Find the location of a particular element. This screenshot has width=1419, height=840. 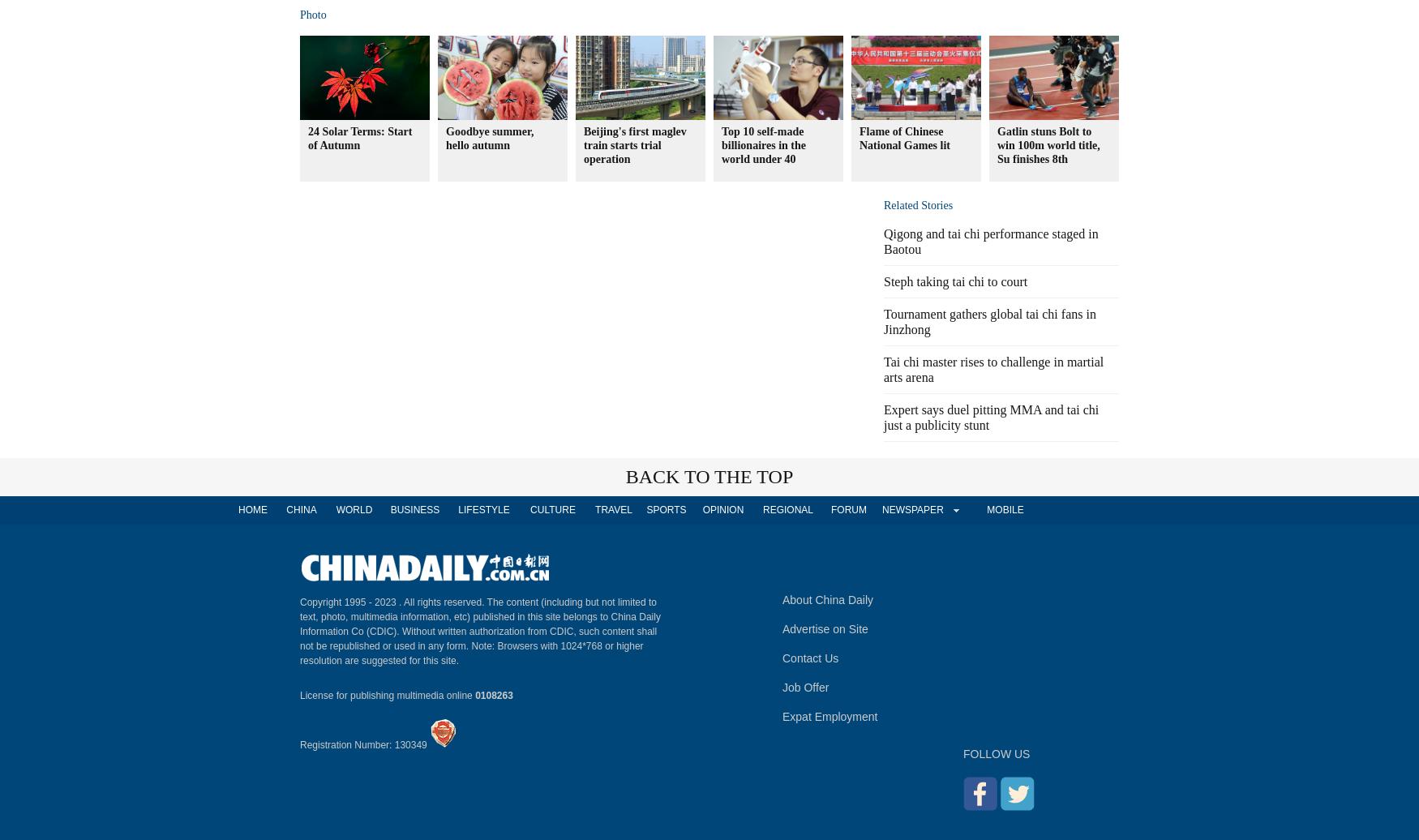

'WORLD' is located at coordinates (335, 509).